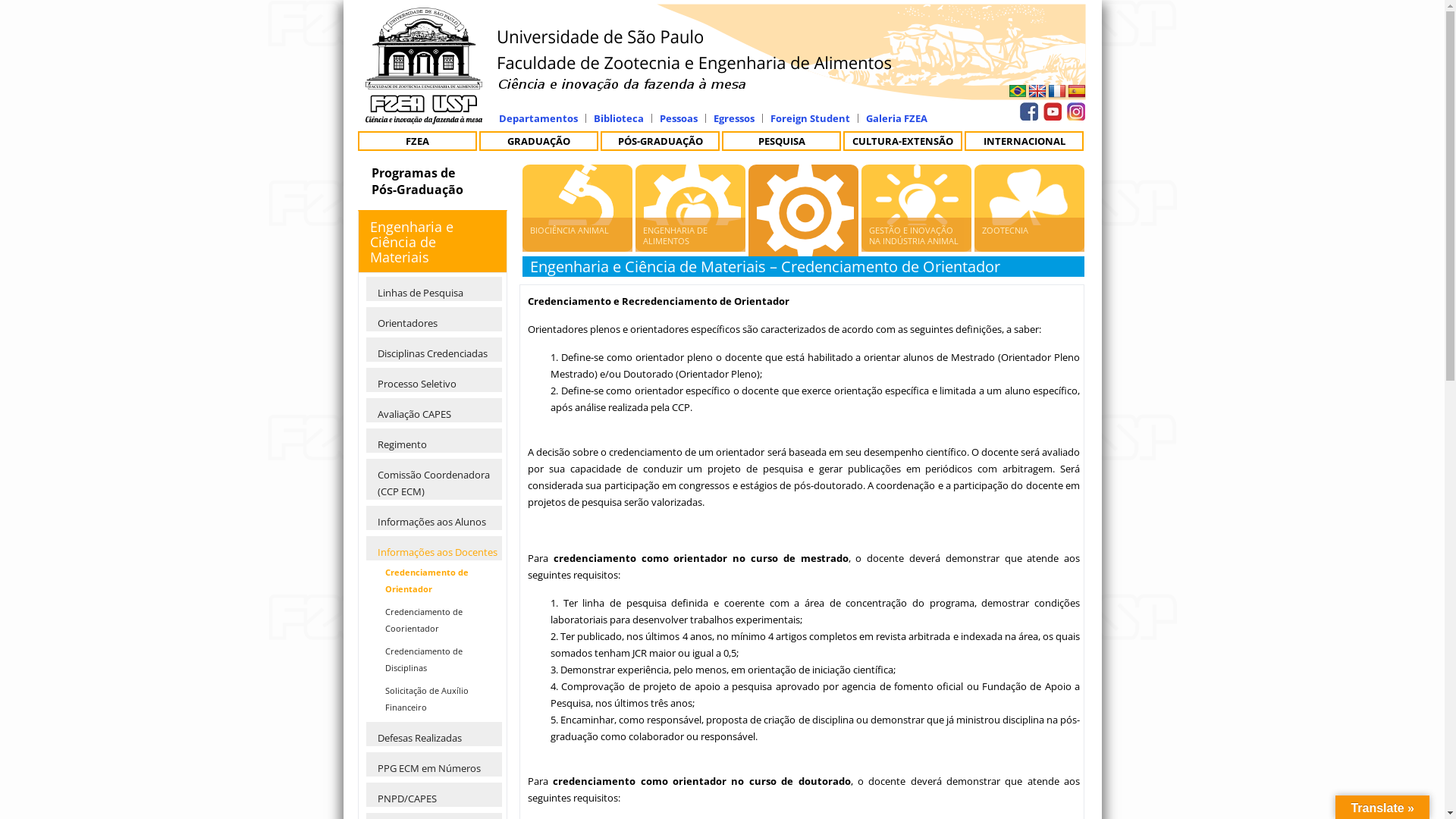 The height and width of the screenshot is (819, 1456). I want to click on 'Spanish', so click(1076, 90).